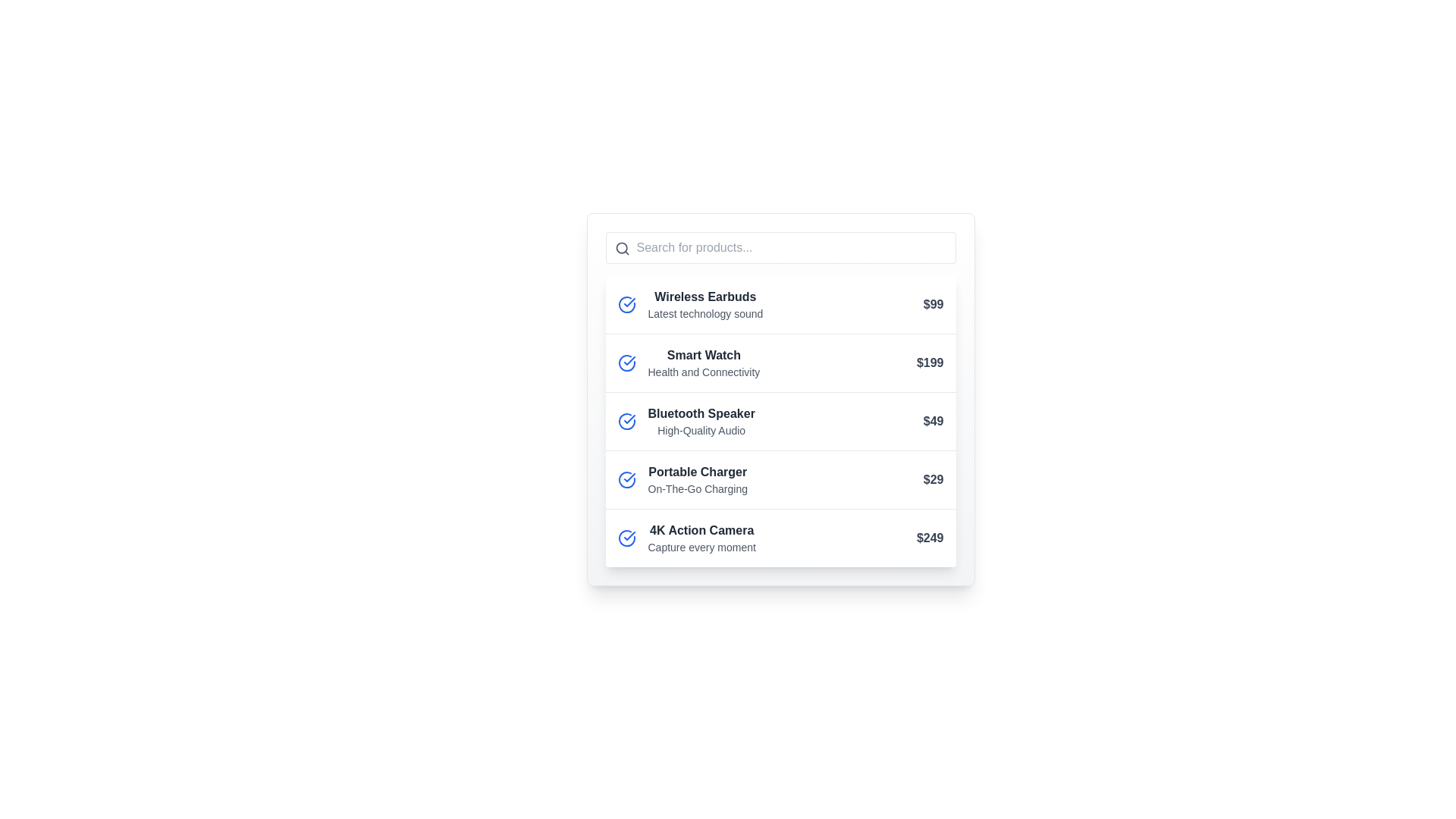 The image size is (1456, 819). I want to click on the icon representing the 'selected' or 'verified' state for the product 'Smart Watch - Health and Connectivity - $199' to trigger a tooltip or visual change, so click(626, 362).